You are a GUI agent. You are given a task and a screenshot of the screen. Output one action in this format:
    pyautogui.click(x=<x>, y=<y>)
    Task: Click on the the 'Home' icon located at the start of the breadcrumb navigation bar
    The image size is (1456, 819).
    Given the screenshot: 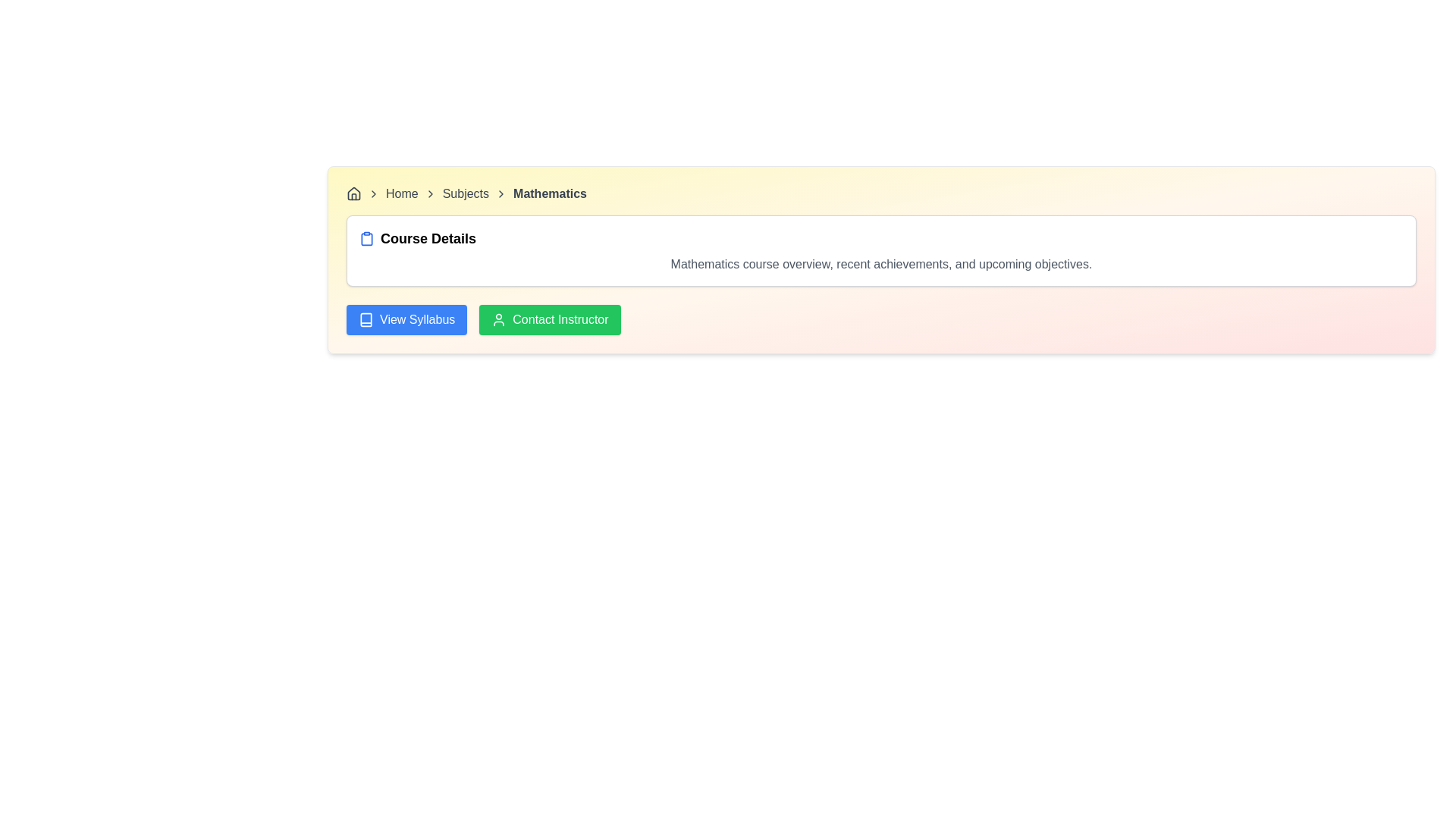 What is the action you would take?
    pyautogui.click(x=353, y=192)
    